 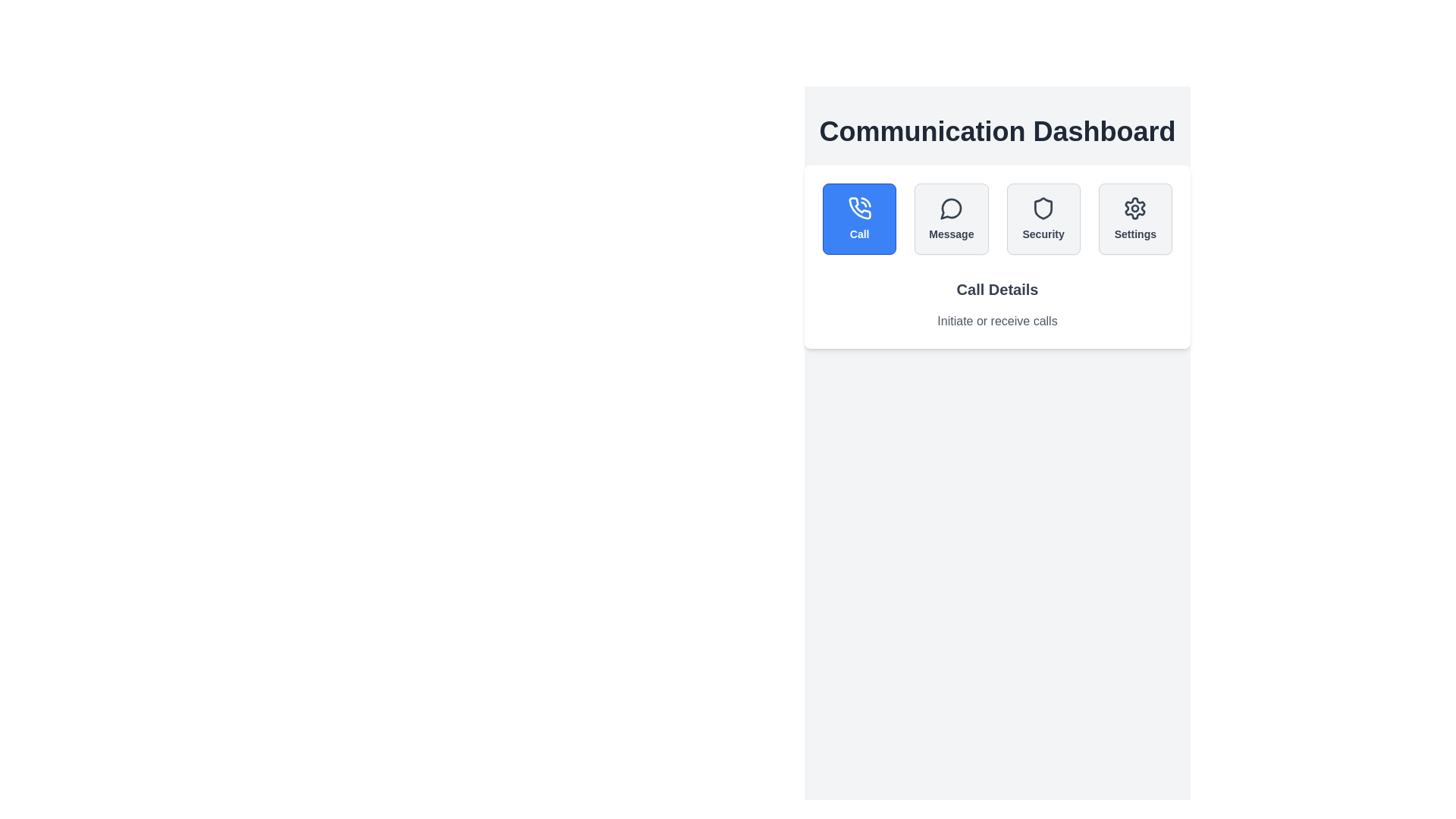 What do you see at coordinates (997, 289) in the screenshot?
I see `the static text label displaying 'Call Details', which is prominently positioned beneath the 'Call' button and above the text 'Initiate or receive calls'` at bounding box center [997, 289].